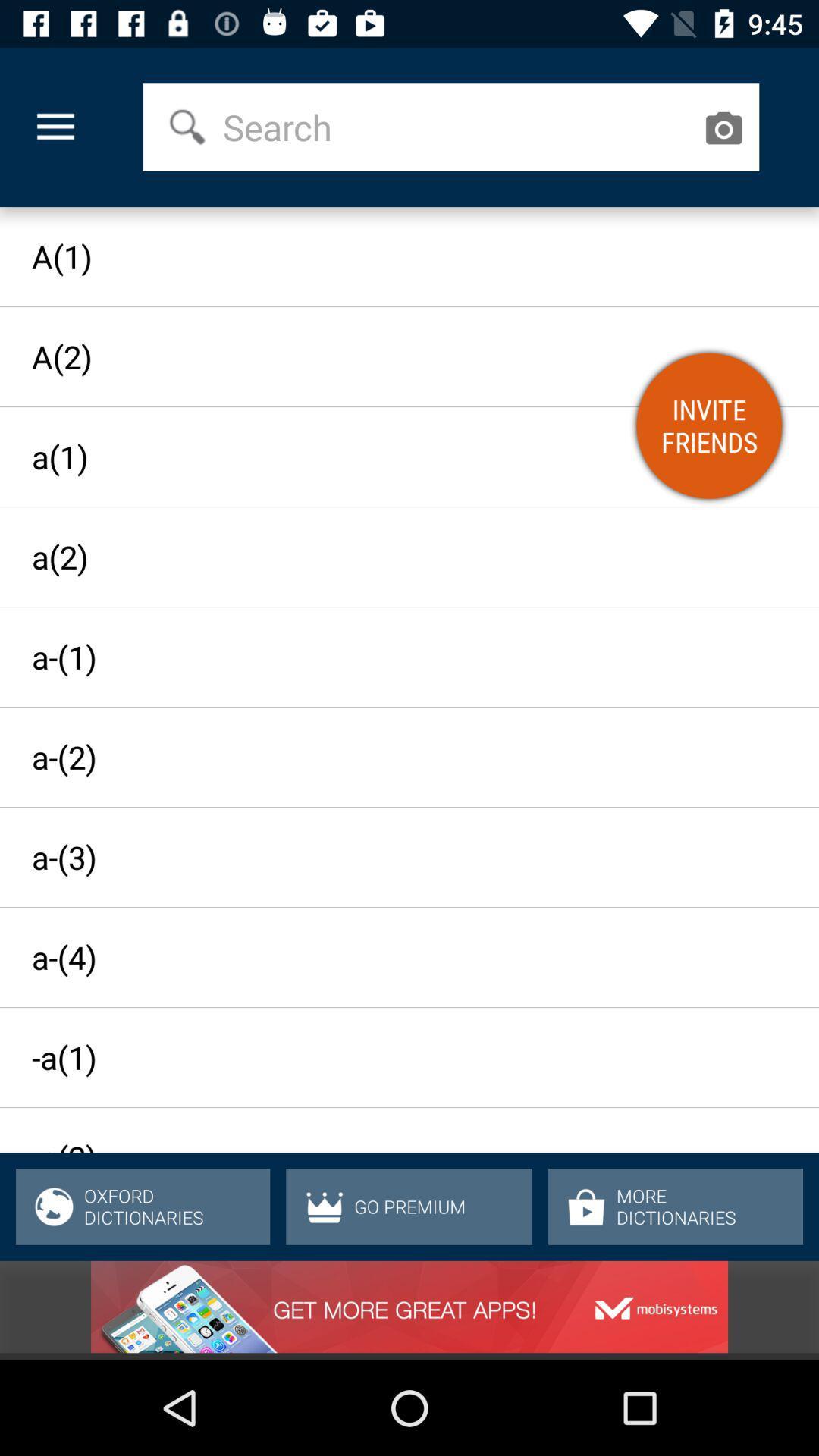  What do you see at coordinates (722, 127) in the screenshot?
I see `the icon above the a(1) icon` at bounding box center [722, 127].